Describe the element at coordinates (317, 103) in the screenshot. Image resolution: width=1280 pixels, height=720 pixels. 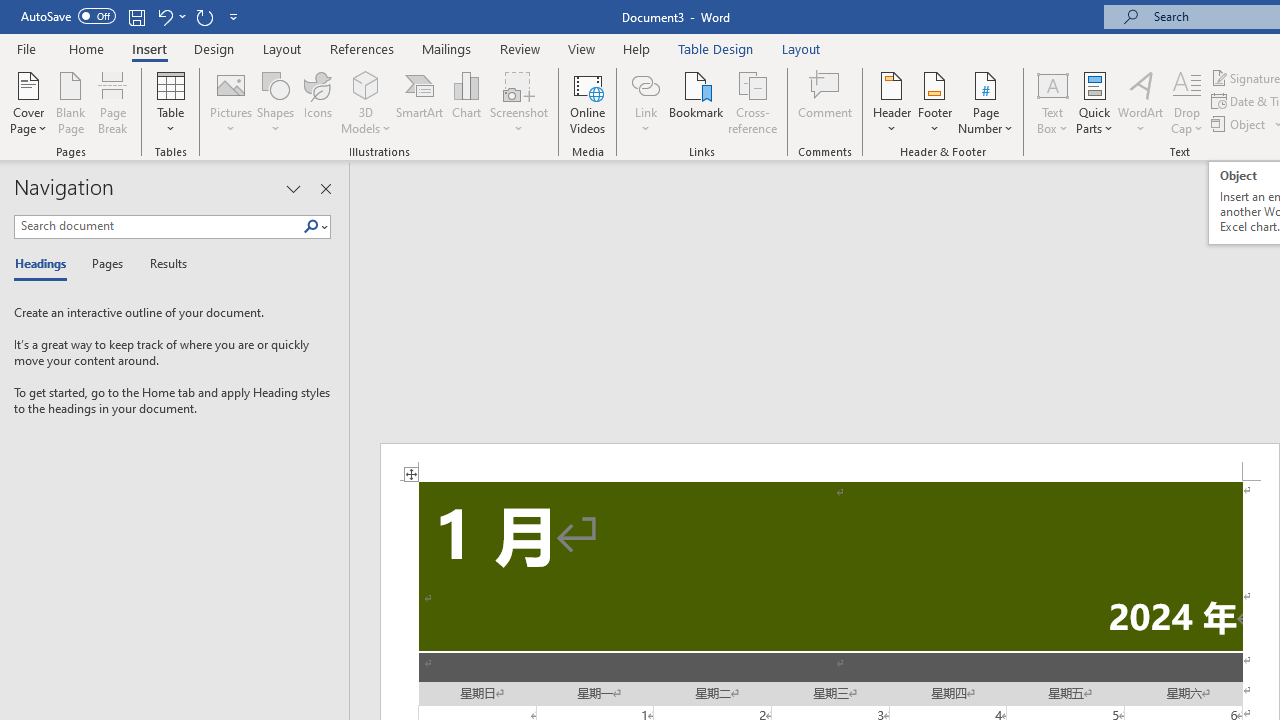
I see `'Icons'` at that location.